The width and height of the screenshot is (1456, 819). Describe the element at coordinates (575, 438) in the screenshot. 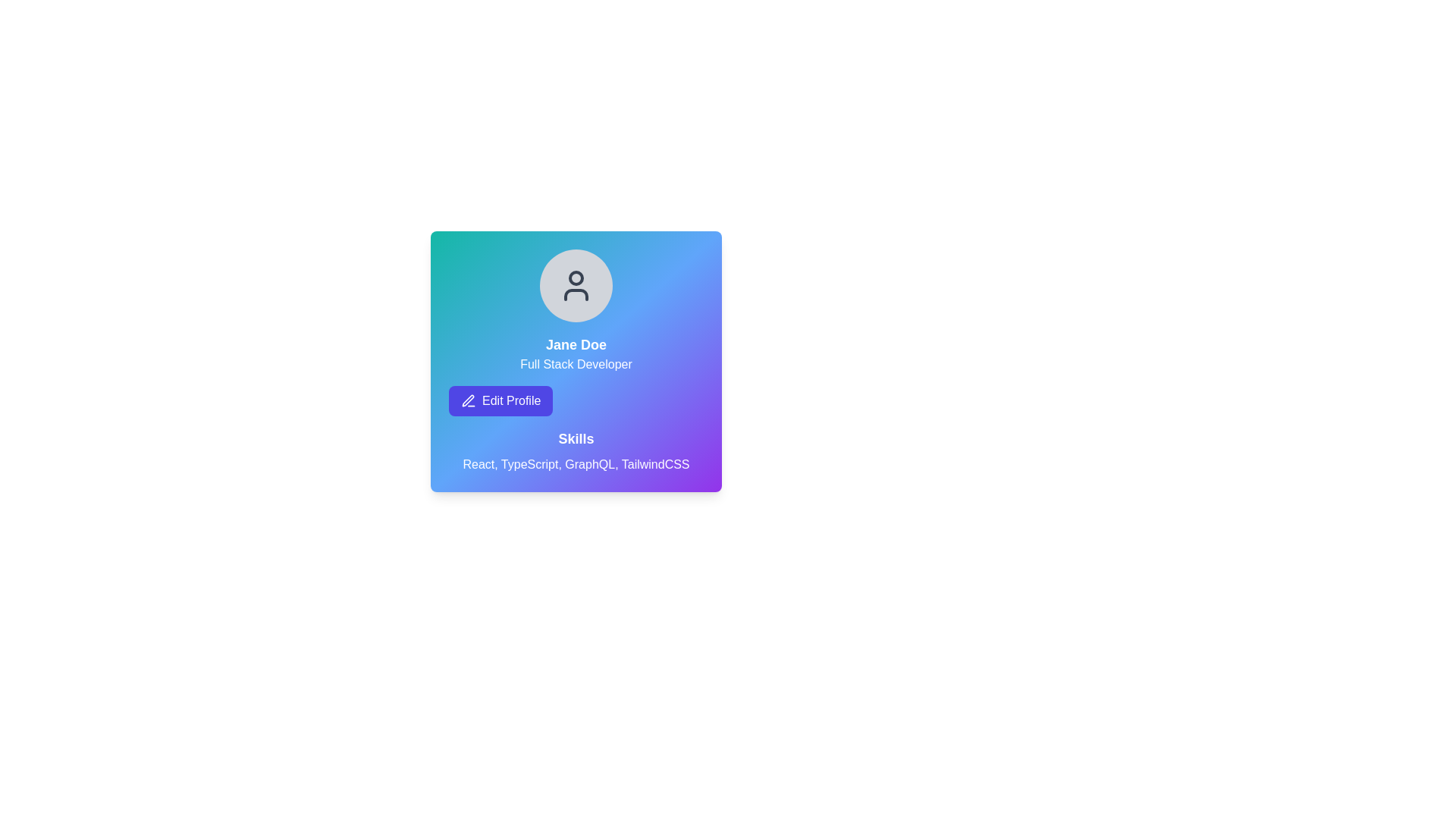

I see `the 'Skills' text label, which is displayed in bold, large sans-serif font, white in color, on a gradient background, located at the bottom-center of a card layout above the skills list and below the 'Edit Profile' button` at that location.